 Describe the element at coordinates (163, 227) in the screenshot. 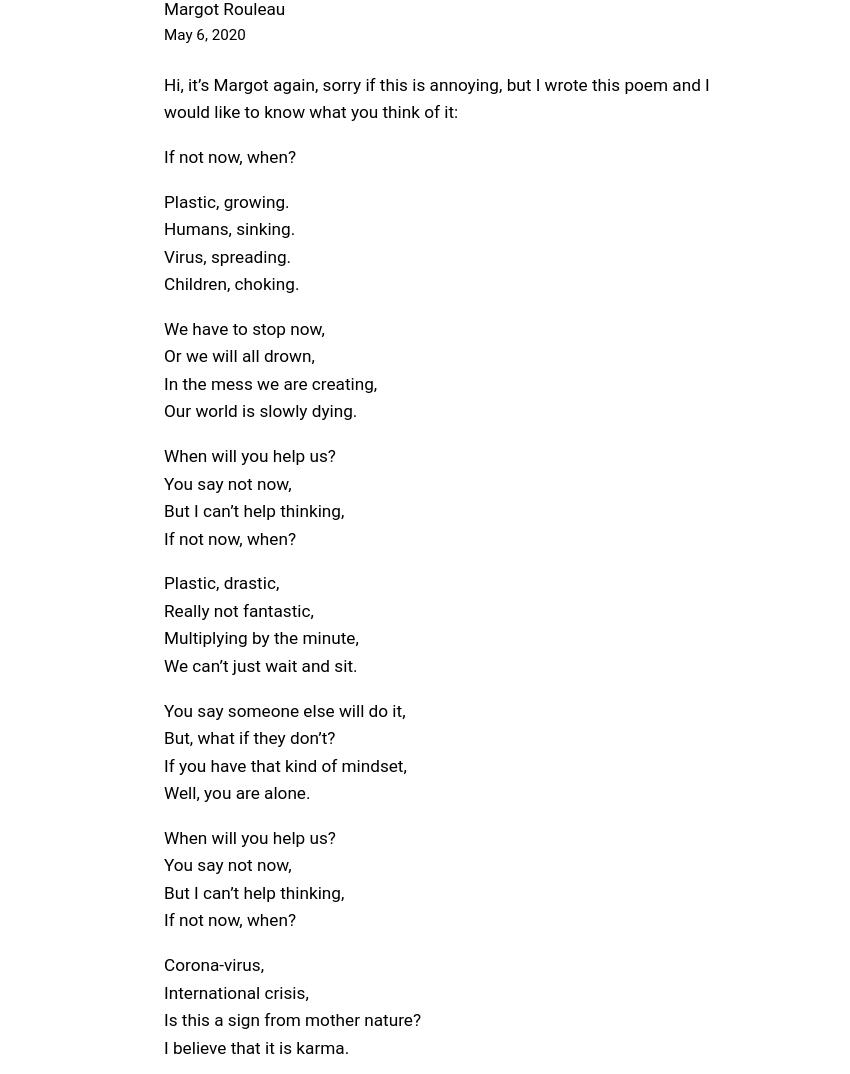

I see `'Humans, sinking.'` at that location.